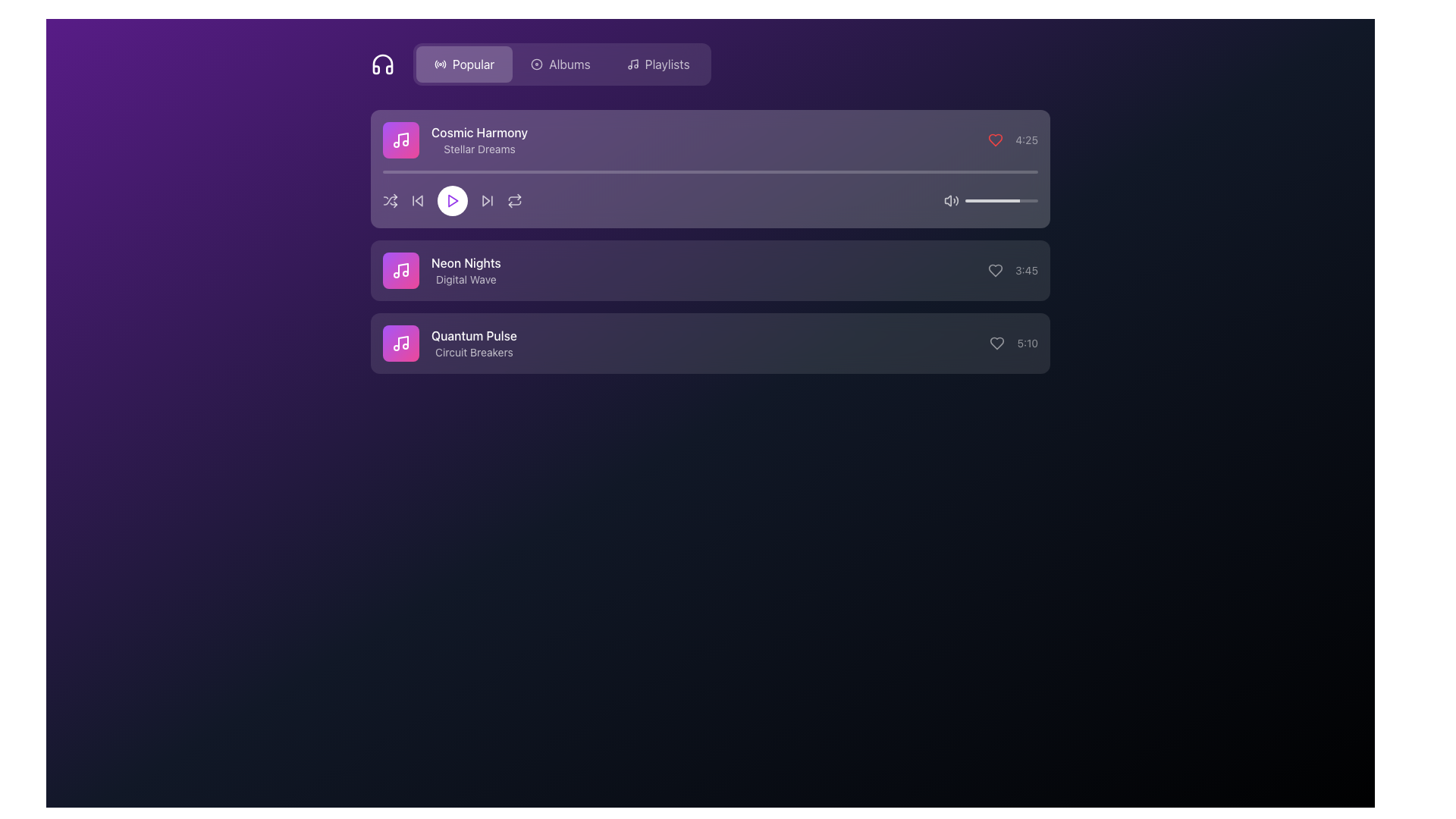 This screenshot has height=819, width=1456. I want to click on the slider, so click(986, 200).